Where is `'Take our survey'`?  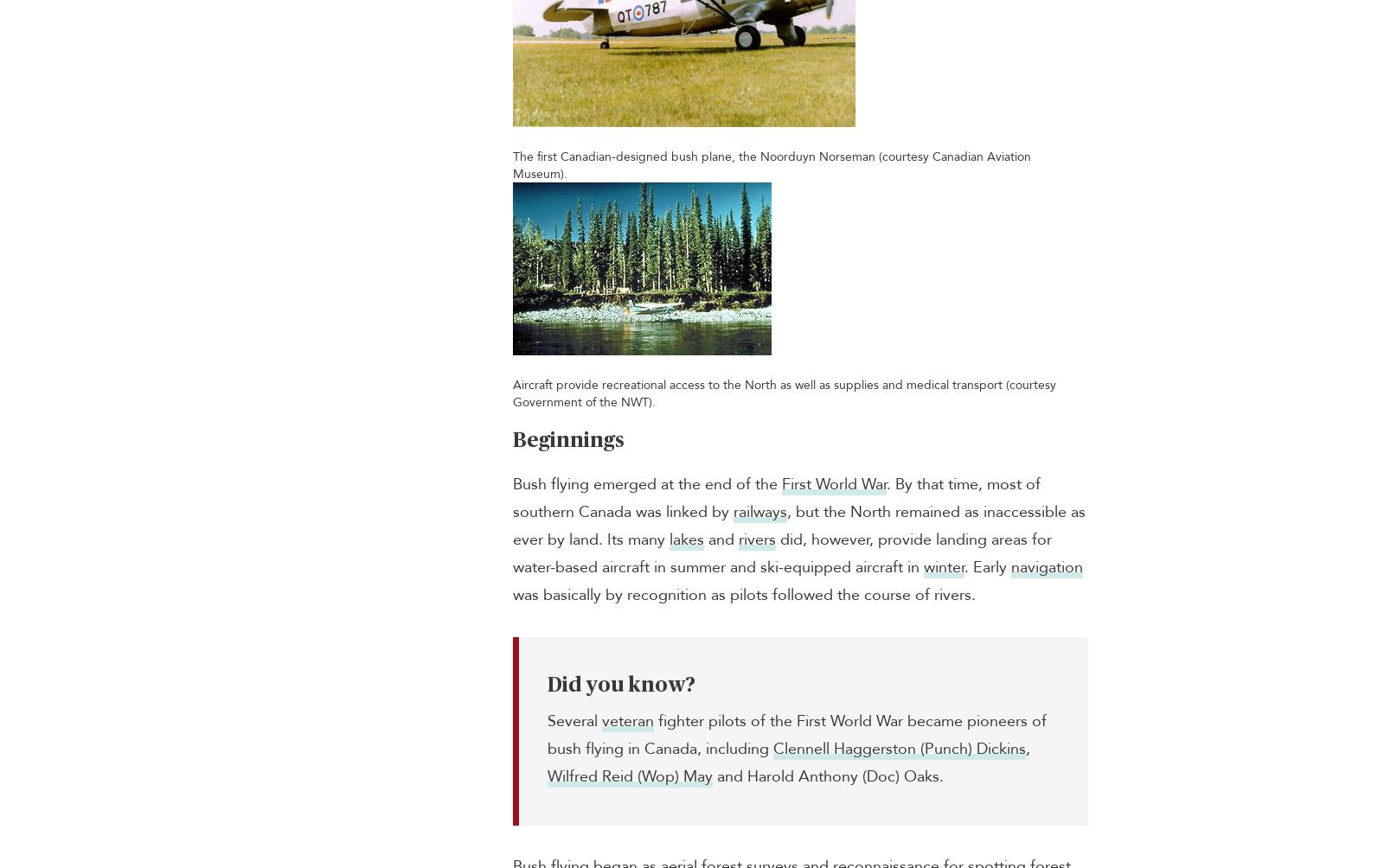 'Take our survey' is located at coordinates (1003, 538).